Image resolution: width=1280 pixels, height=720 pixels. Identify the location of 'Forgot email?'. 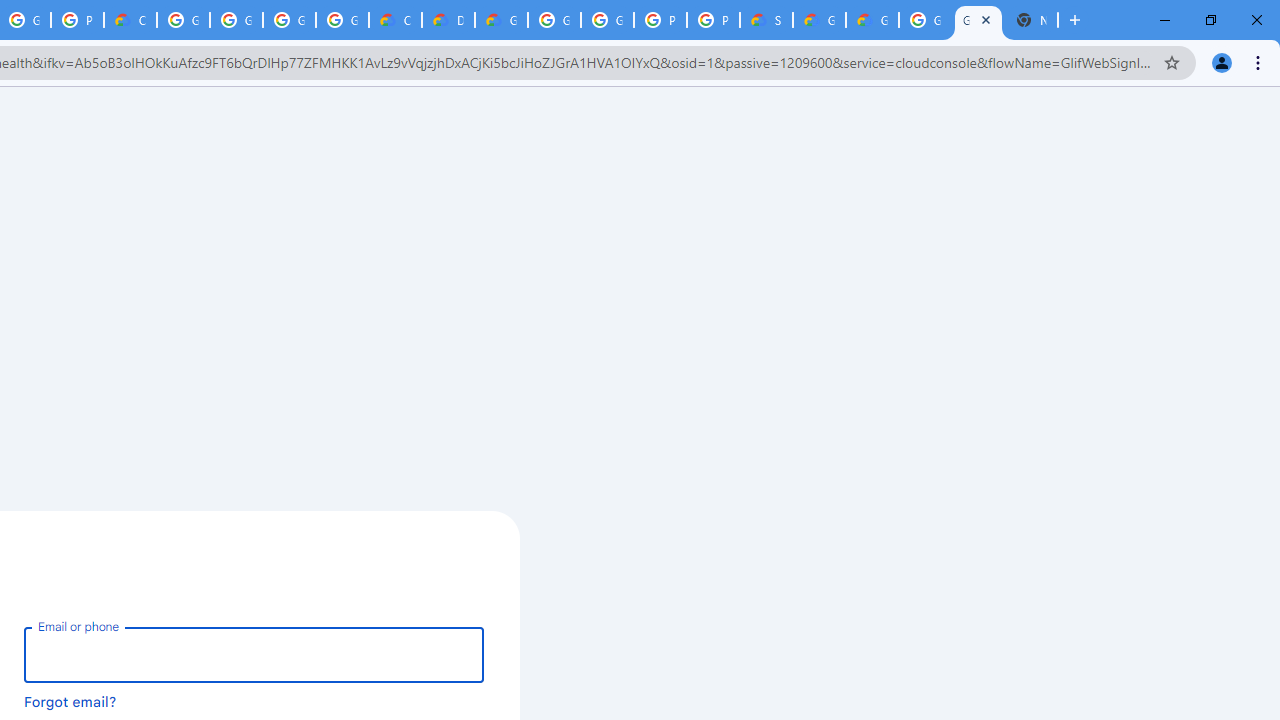
(70, 700).